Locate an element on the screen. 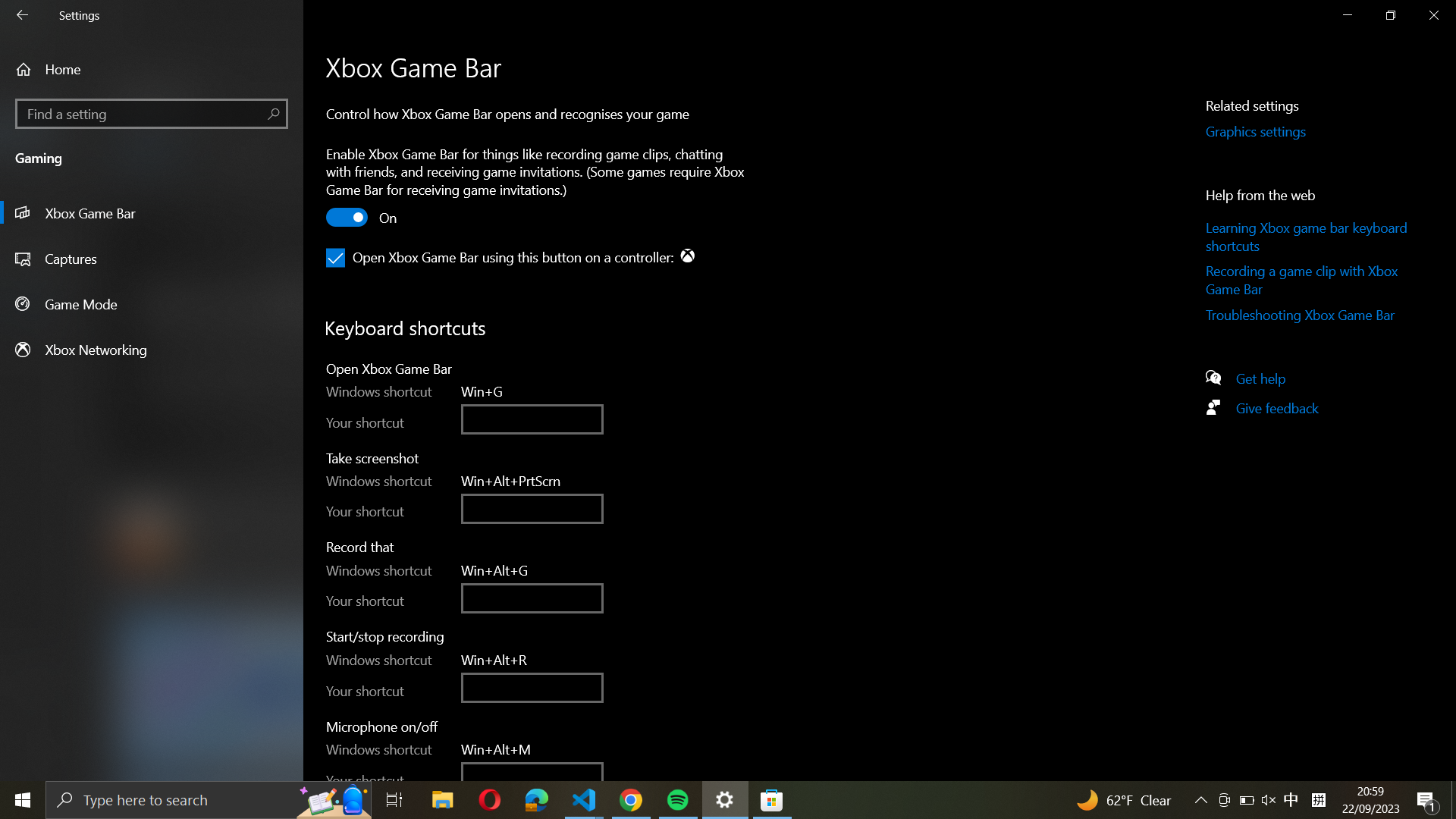 The height and width of the screenshot is (819, 1456). Reach the Graphics Settings by selecting the corresponding button available on the right control panel is located at coordinates (1273, 131).